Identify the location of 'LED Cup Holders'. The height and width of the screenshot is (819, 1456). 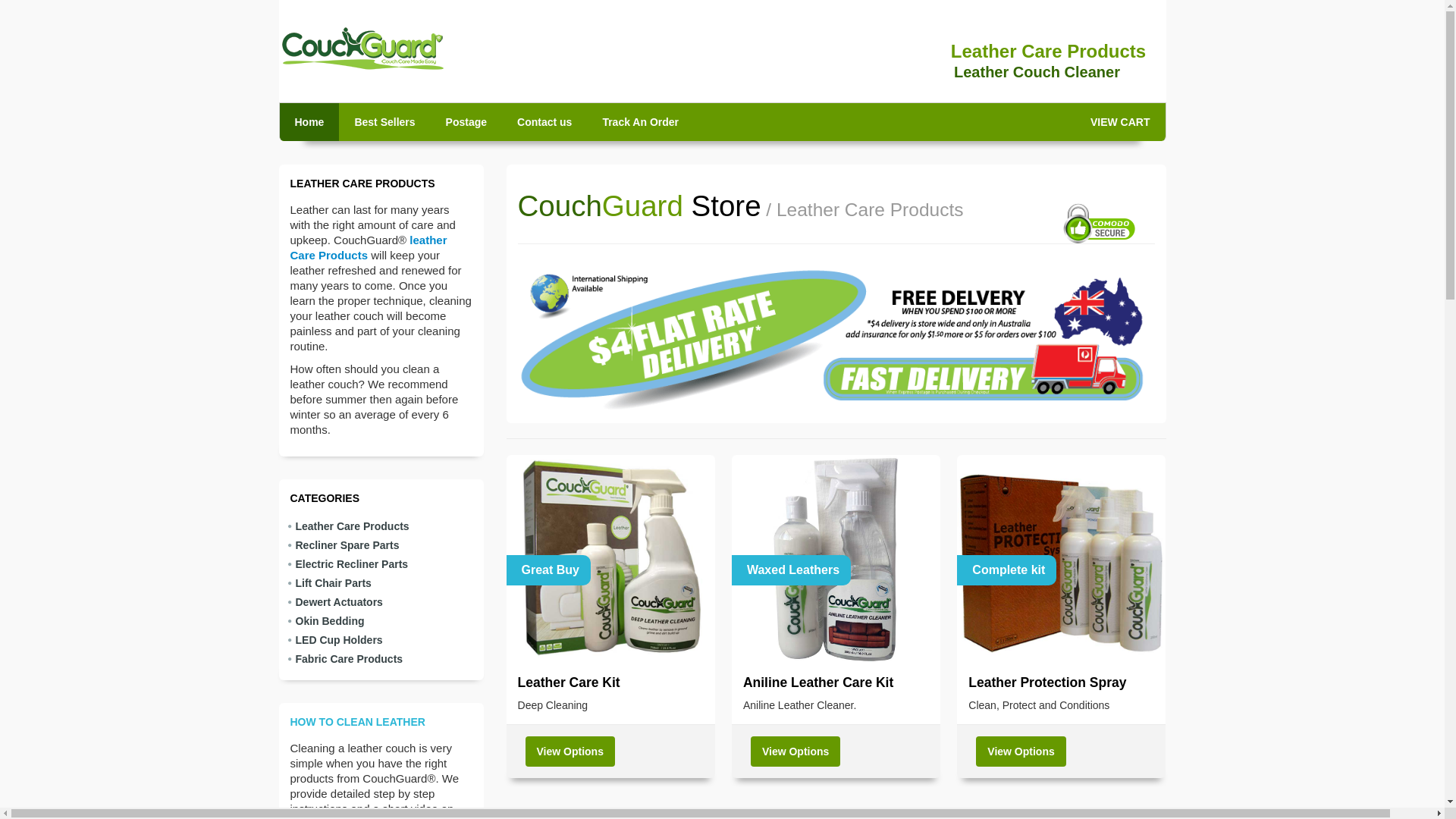
(386, 640).